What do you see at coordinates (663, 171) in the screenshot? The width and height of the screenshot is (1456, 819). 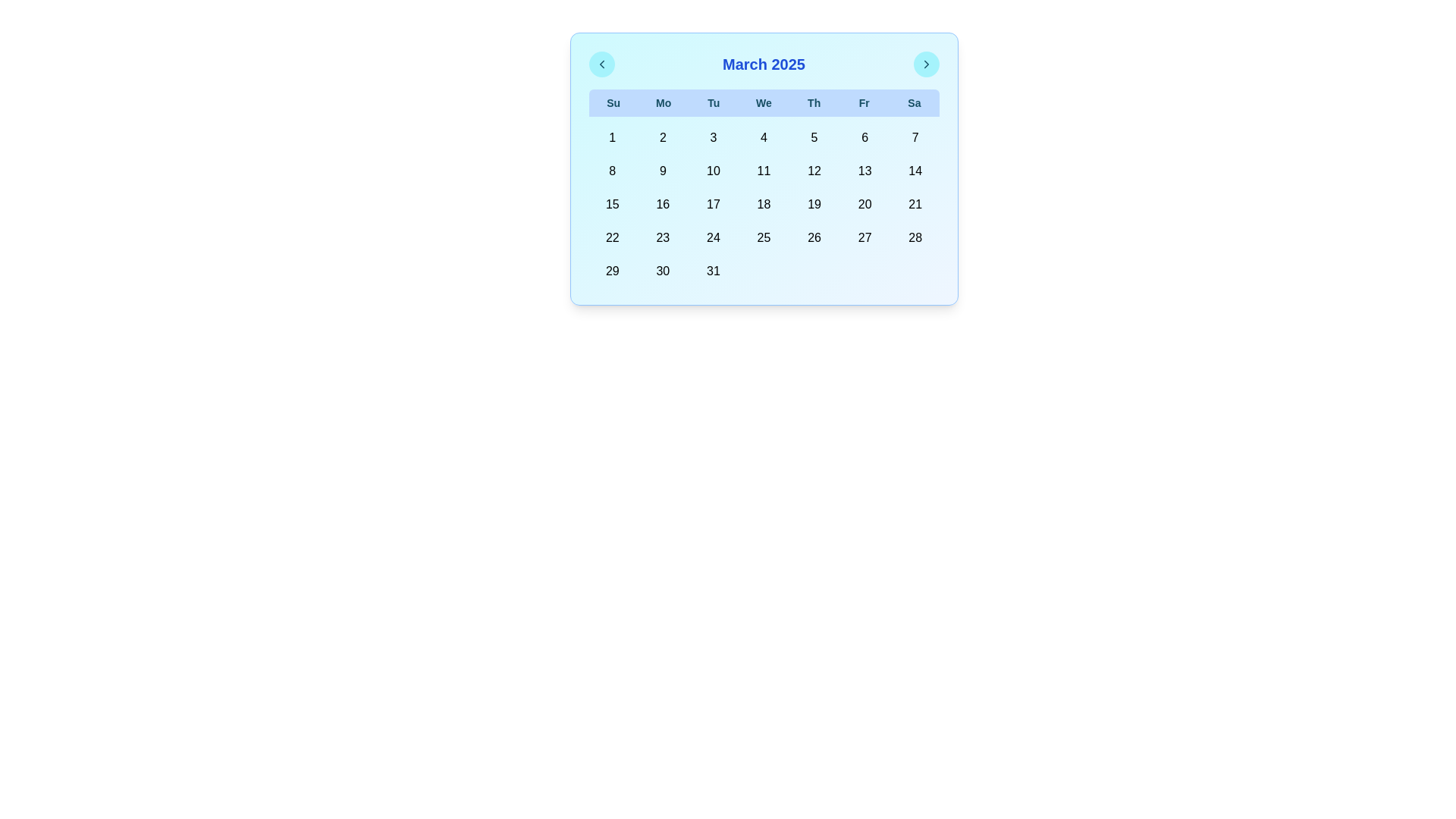 I see `the button representing the date '9' in the calendar interface` at bounding box center [663, 171].